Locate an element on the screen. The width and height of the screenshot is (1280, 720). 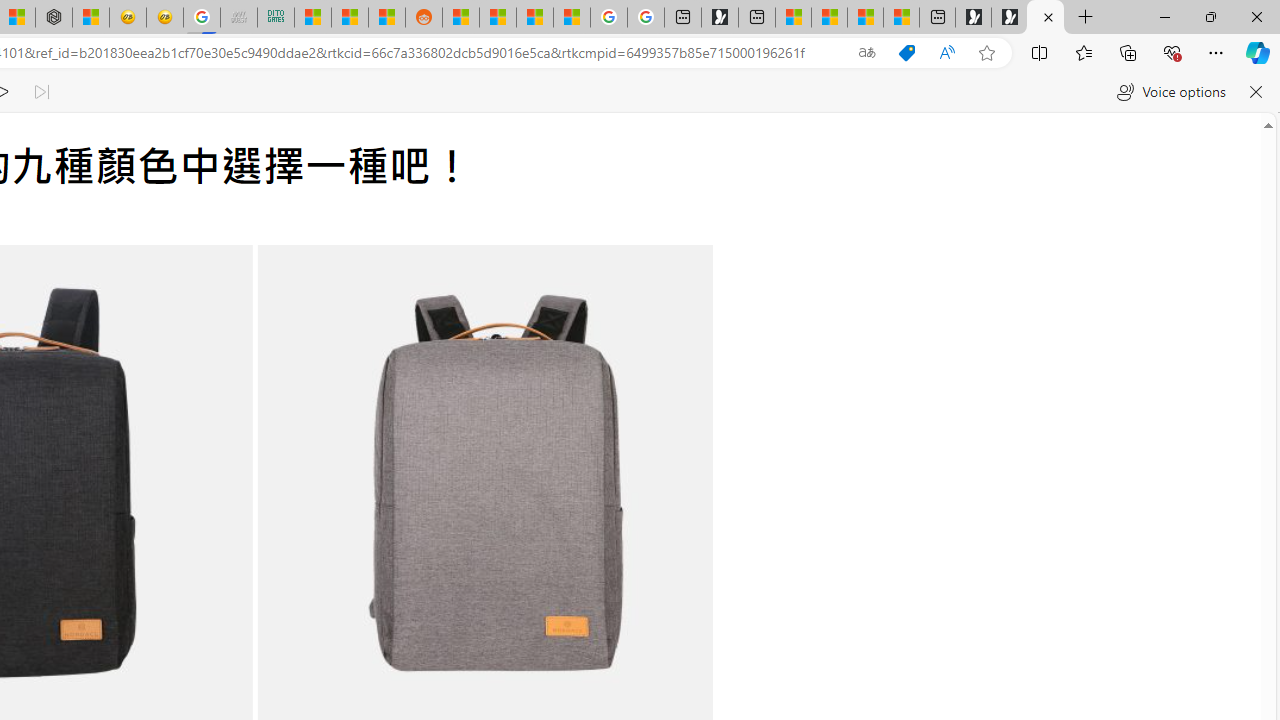
'R******* | Trusted Community Engagement and Contributions' is located at coordinates (459, 17).